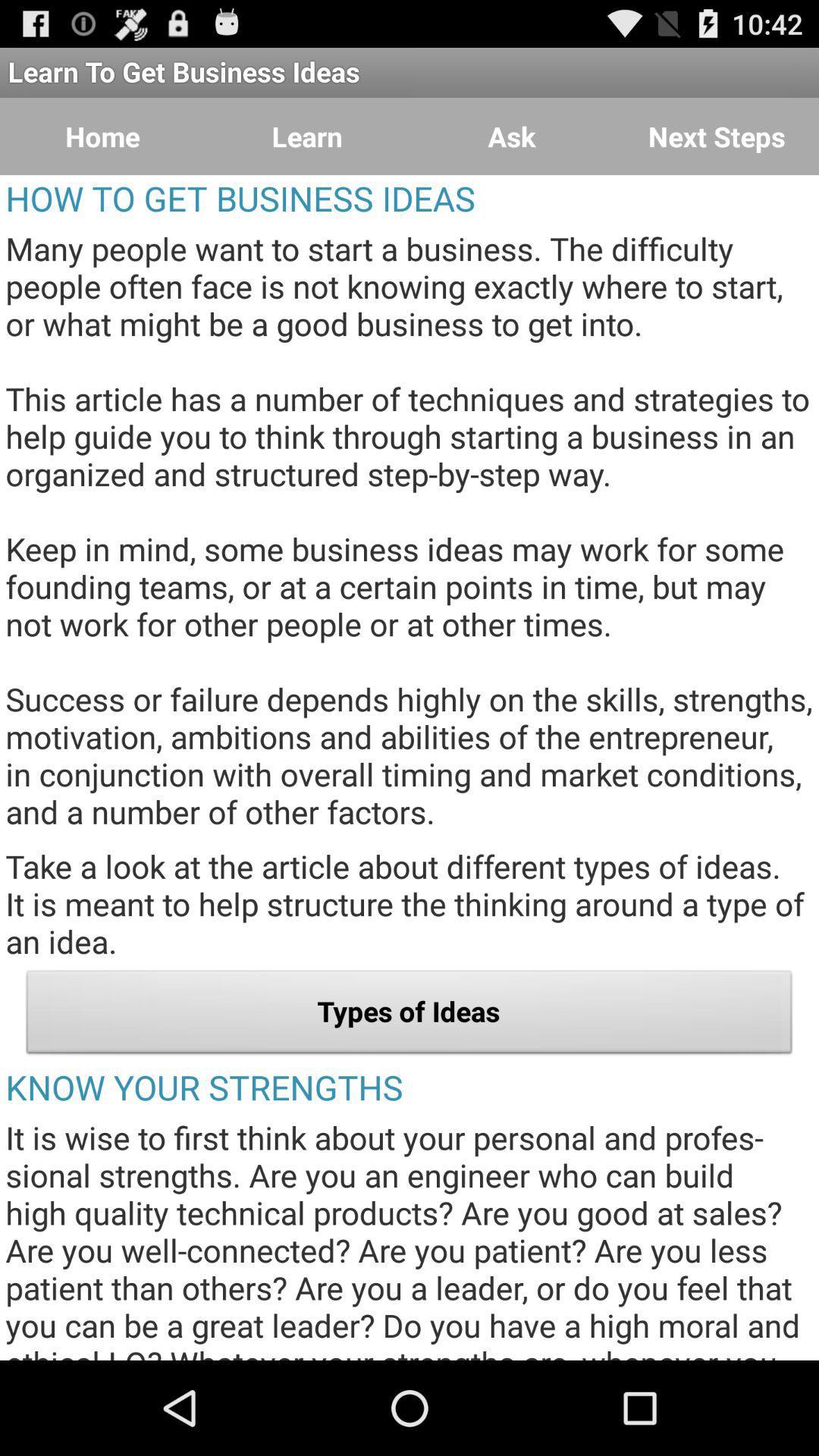 This screenshot has height=1456, width=819. Describe the element at coordinates (102, 136) in the screenshot. I see `the item to the left of the learn` at that location.